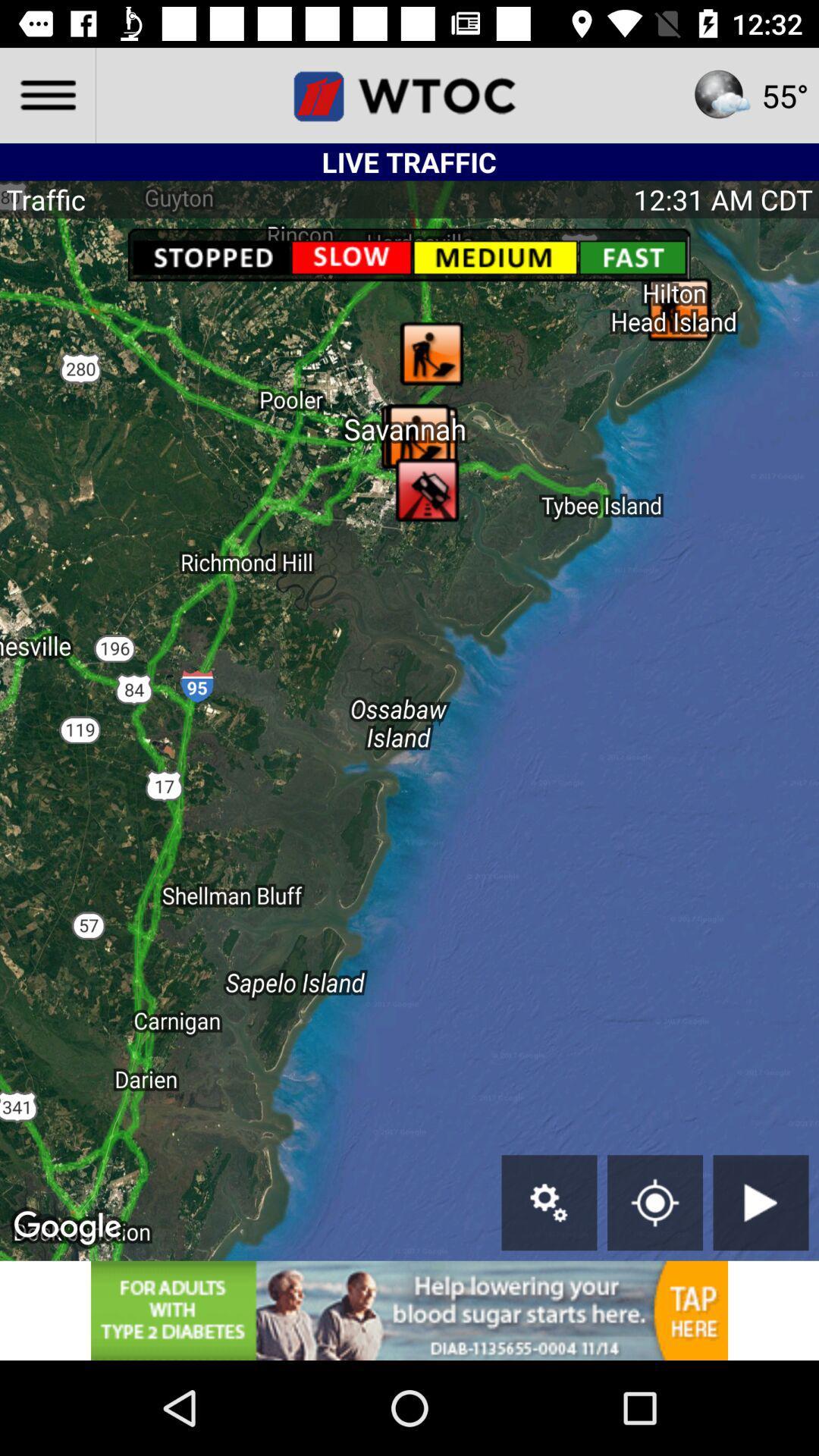 This screenshot has width=819, height=1456. I want to click on the menu icon, so click(46, 94).